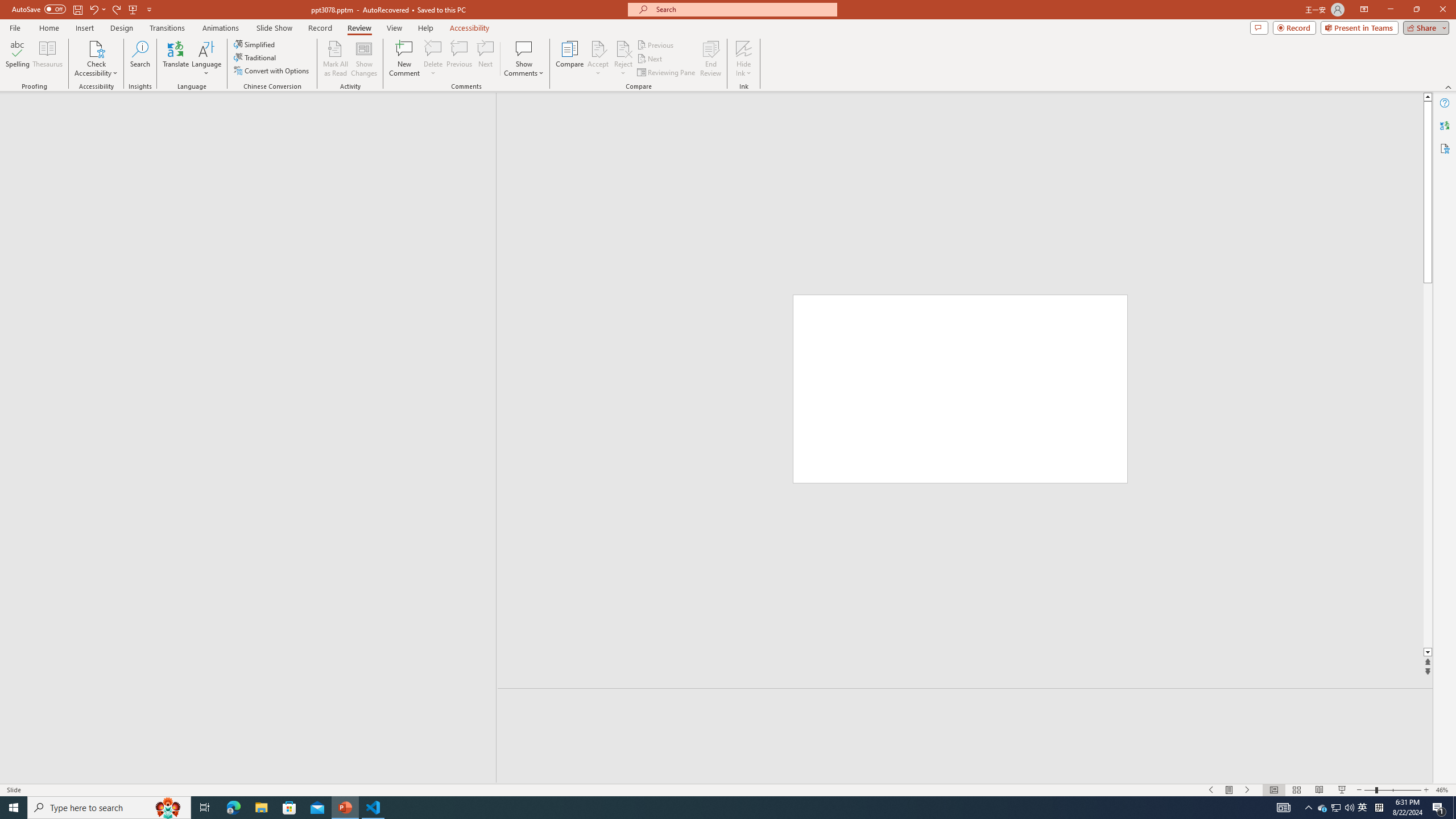 Image resolution: width=1456 pixels, height=819 pixels. What do you see at coordinates (744, 59) in the screenshot?
I see `'Hide Ink'` at bounding box center [744, 59].